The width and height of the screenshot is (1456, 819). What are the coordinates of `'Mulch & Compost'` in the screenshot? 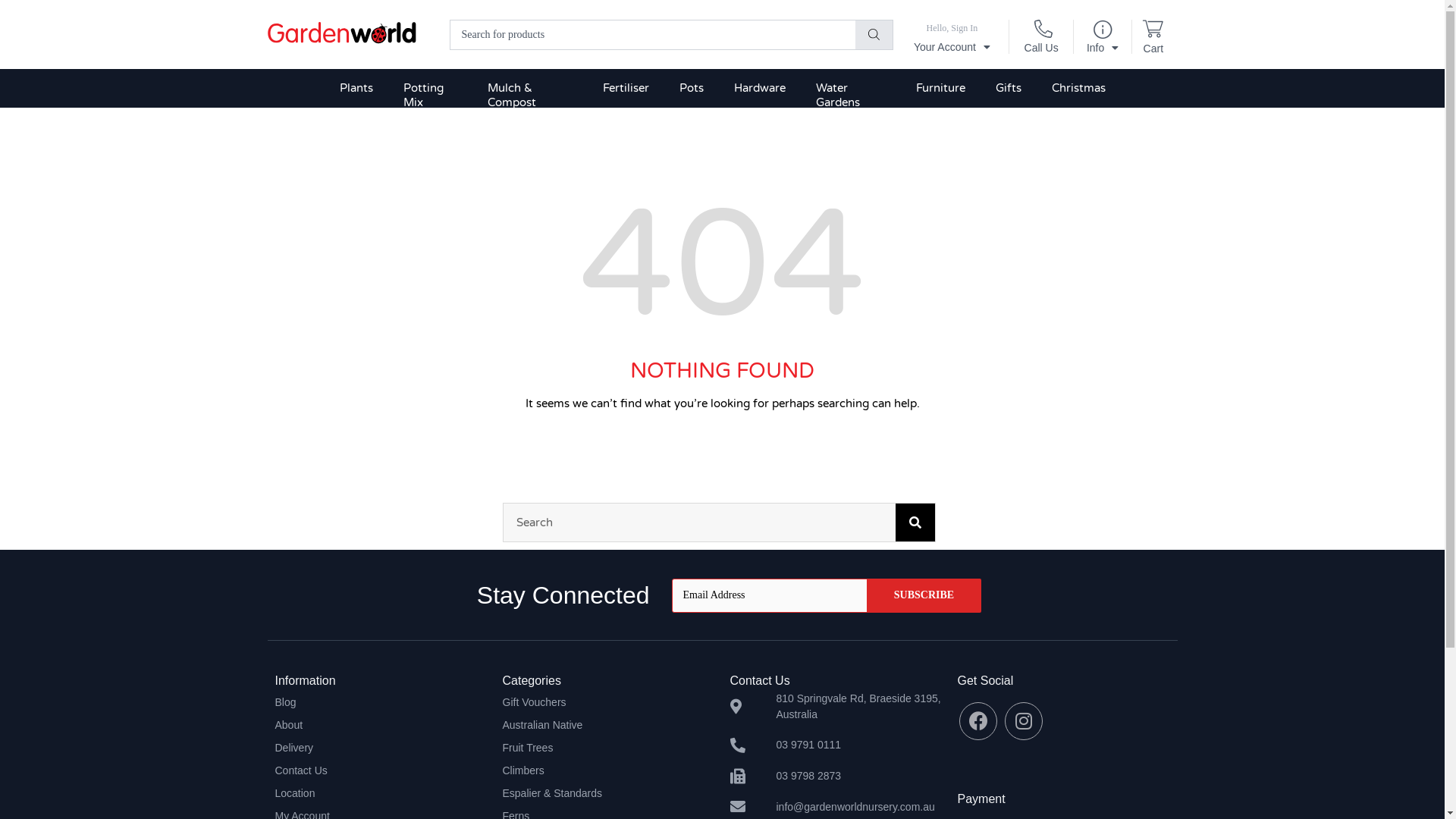 It's located at (530, 96).